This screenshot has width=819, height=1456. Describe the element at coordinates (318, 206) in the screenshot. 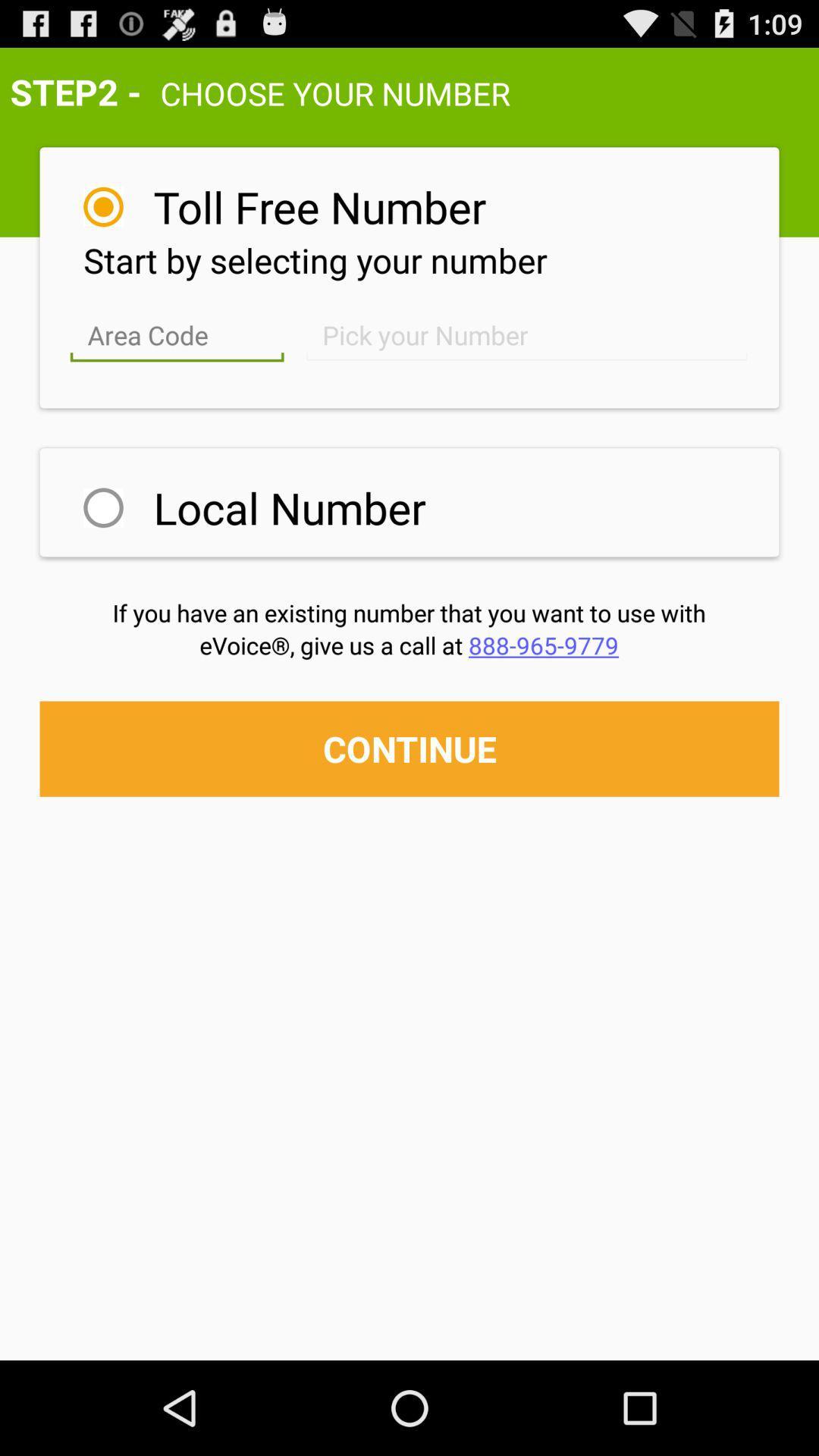

I see `the toll free number item` at that location.